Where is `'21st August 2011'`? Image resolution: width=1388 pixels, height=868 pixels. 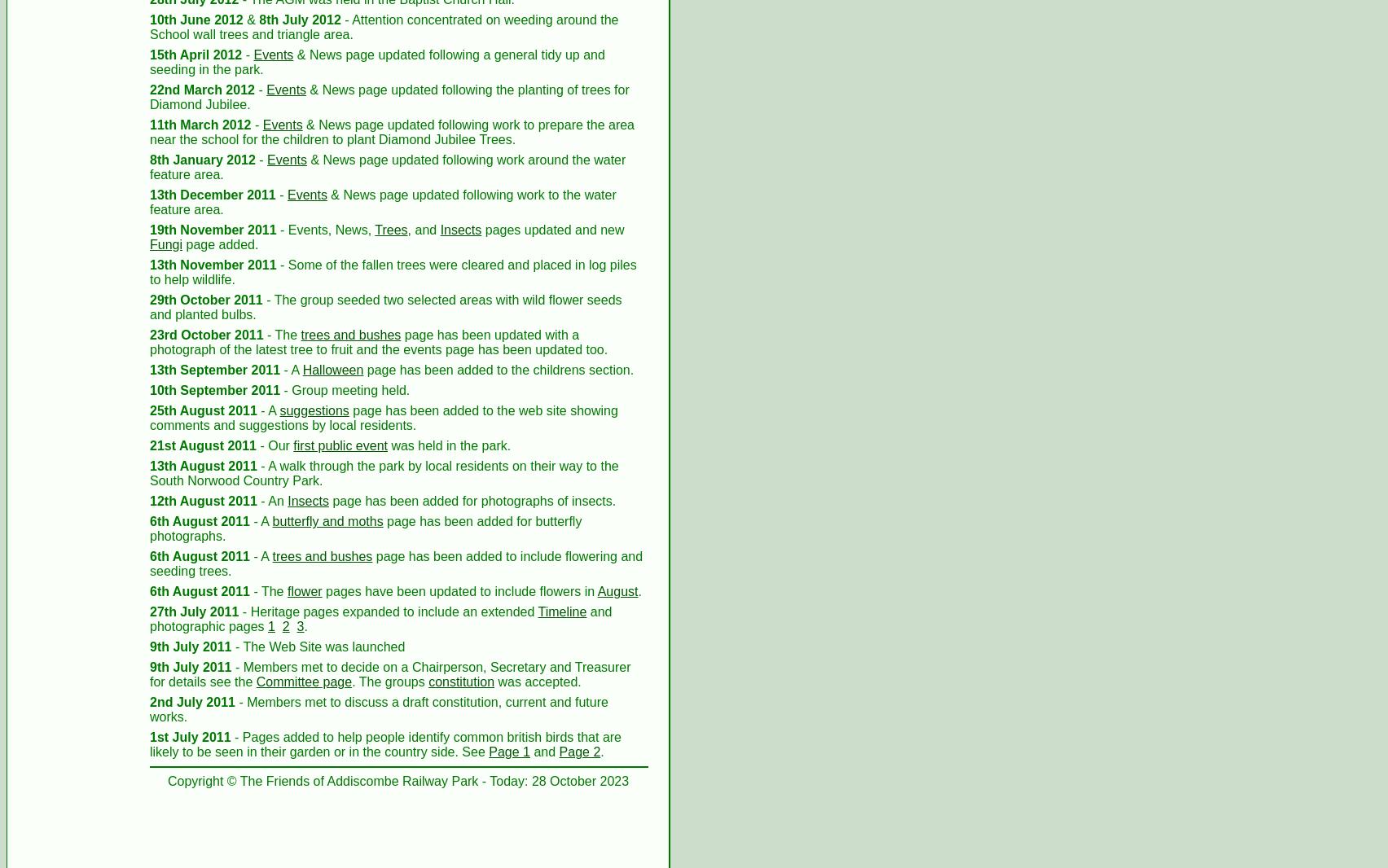 '21st August 2011' is located at coordinates (202, 445).